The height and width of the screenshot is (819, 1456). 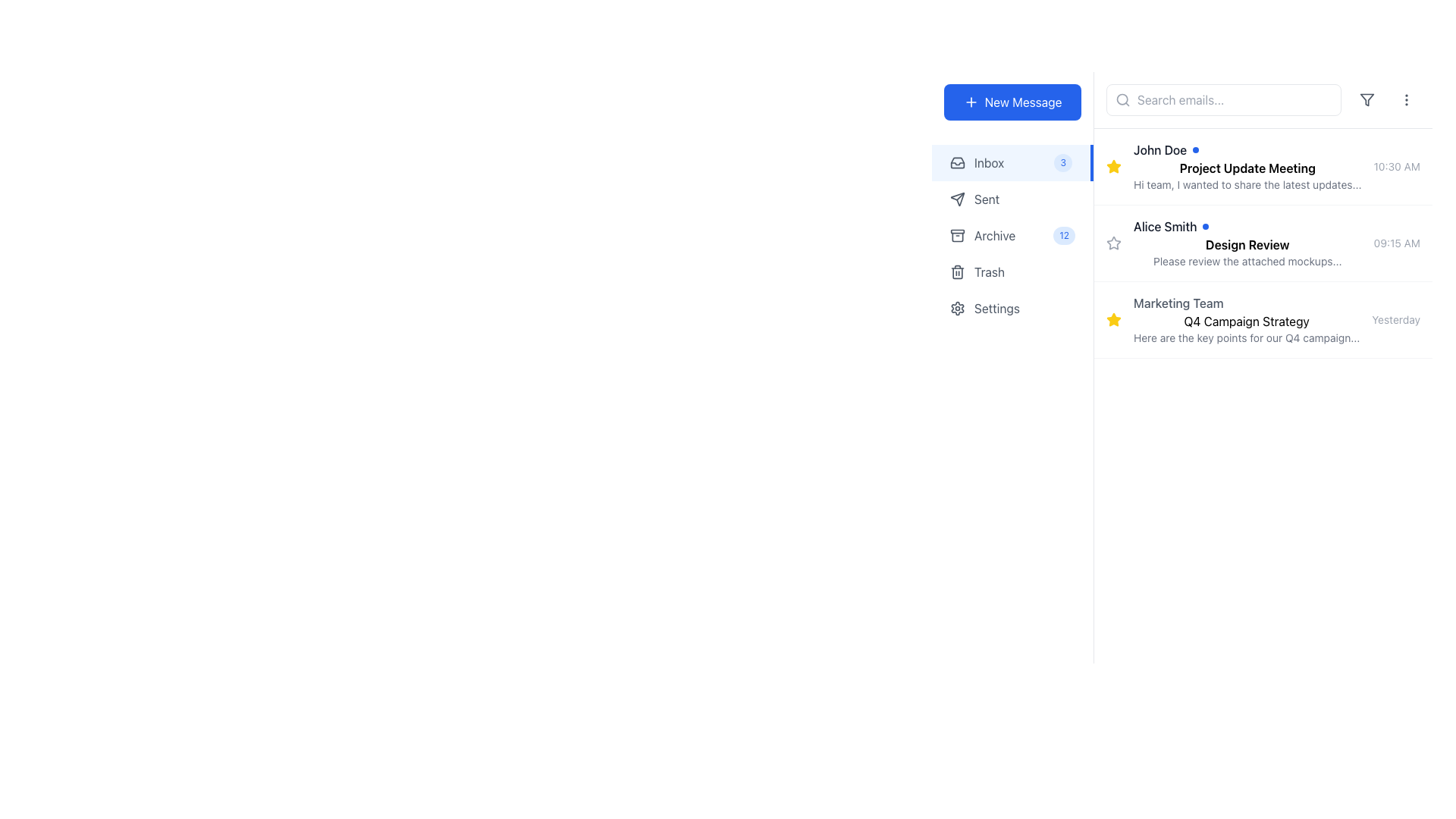 What do you see at coordinates (1247, 337) in the screenshot?
I see `truncated text content displaying 'Here are the key points for our Q4 campaign...' located in the middle-right area of the messaging interface` at bounding box center [1247, 337].